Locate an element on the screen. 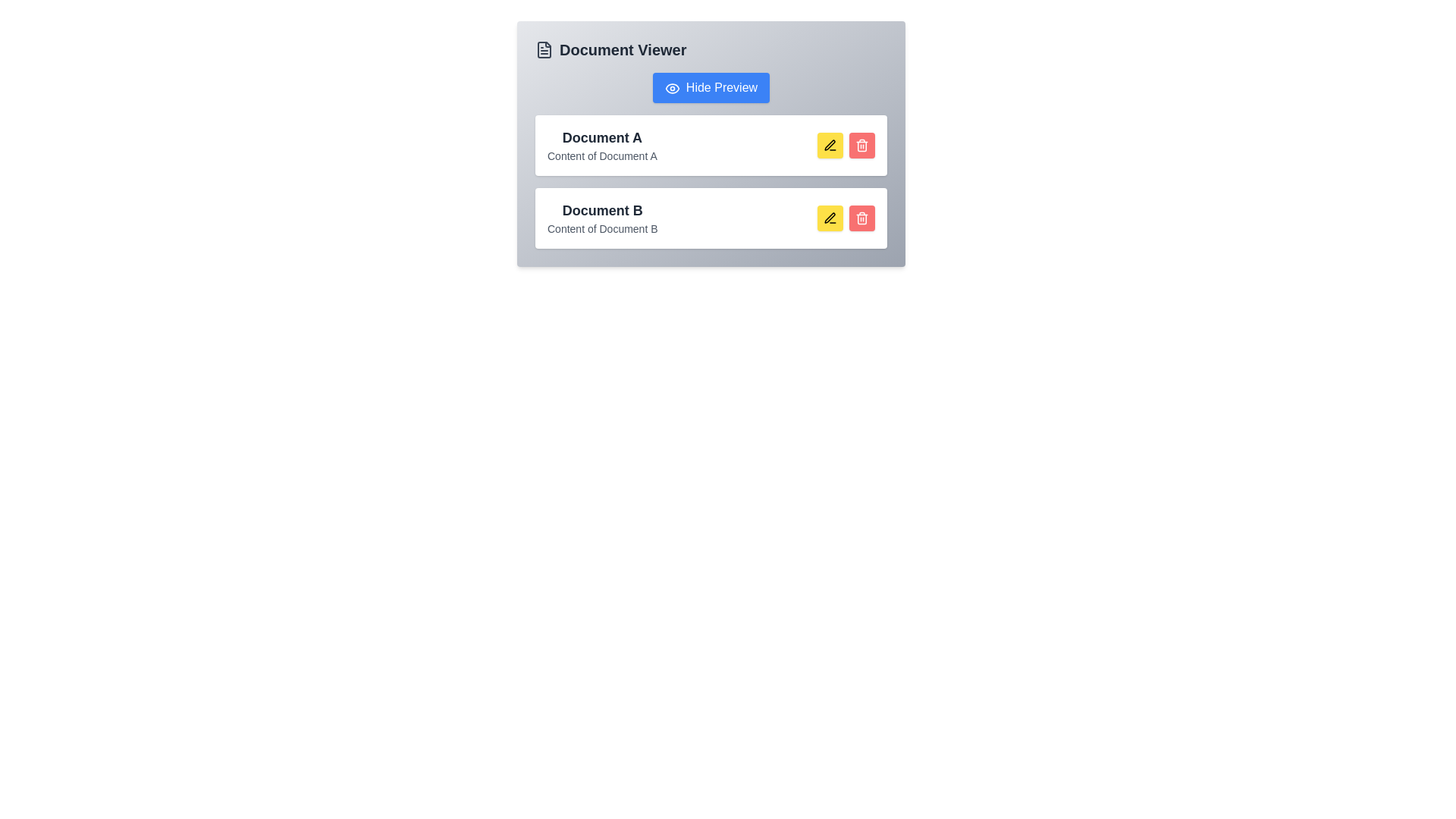 Image resolution: width=1456 pixels, height=819 pixels. the document icon in the 'Document Viewer' section, which is a gray rectangular icon resembling a document with lines of text, located at the top-left corner before the title 'Document Viewer' is located at coordinates (544, 49).